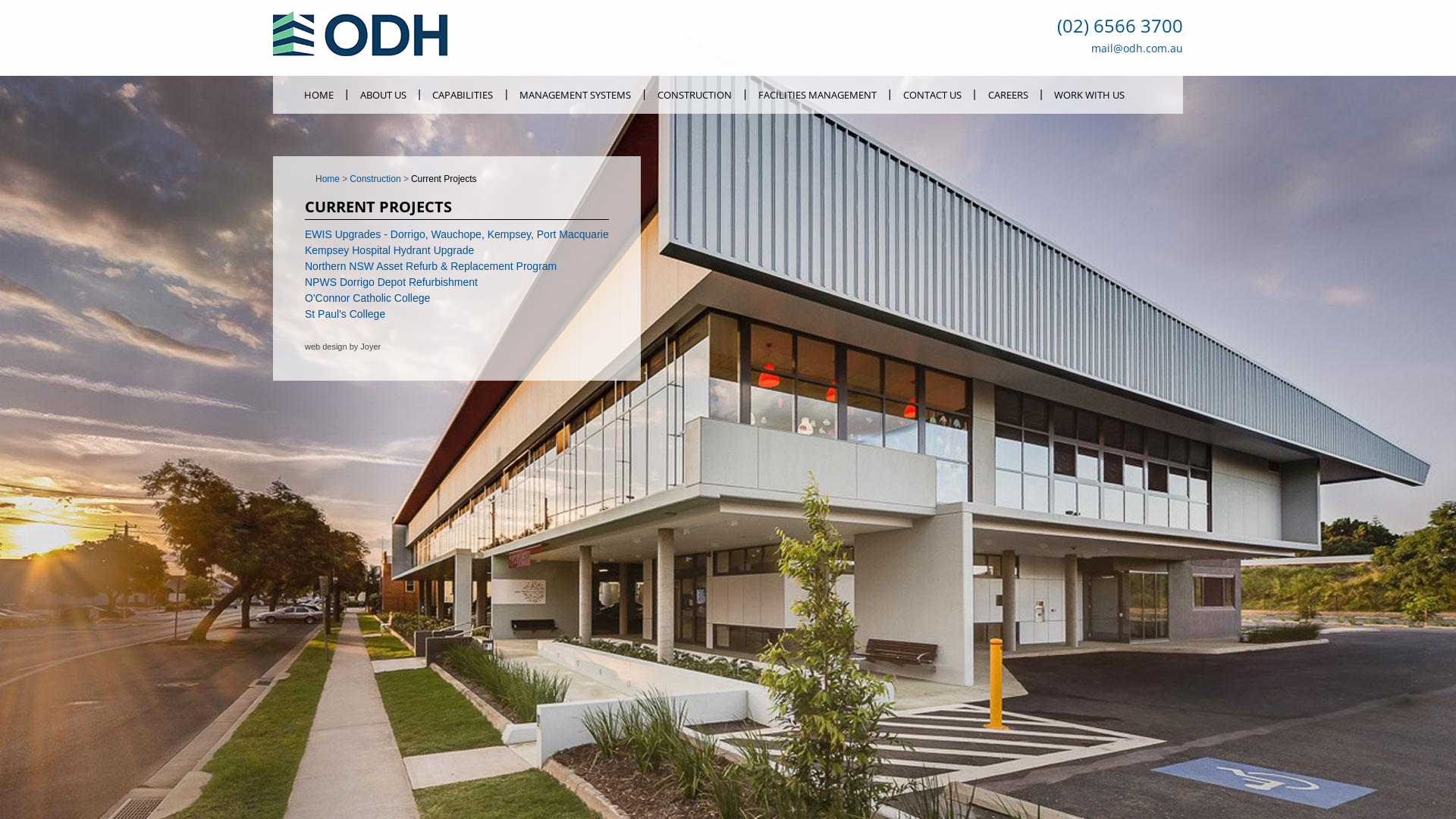  What do you see at coordinates (367, 298) in the screenshot?
I see `'O'Connor Catholic College'` at bounding box center [367, 298].